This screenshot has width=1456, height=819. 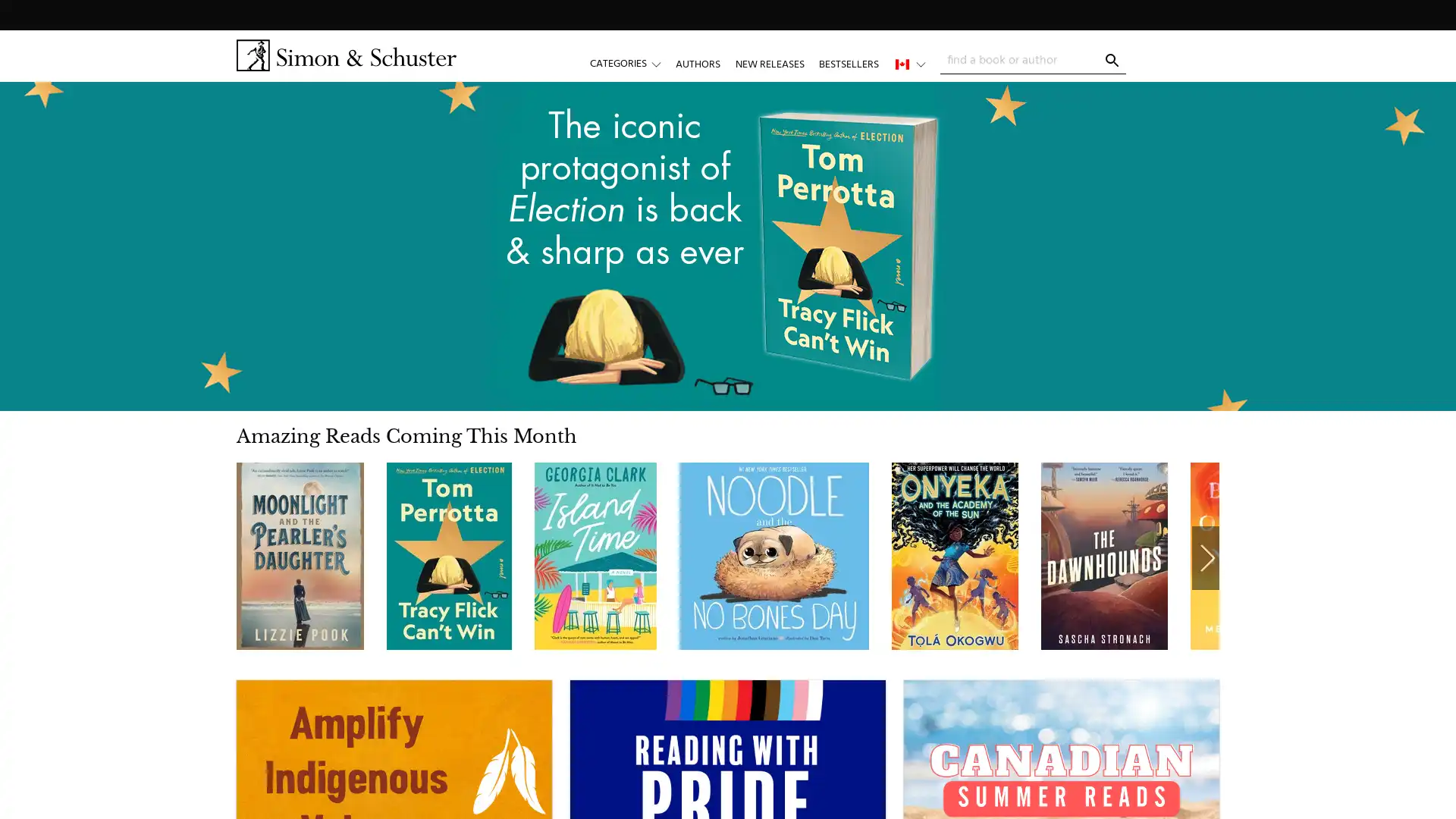 I want to click on AUTHORS, so click(x=697, y=63).